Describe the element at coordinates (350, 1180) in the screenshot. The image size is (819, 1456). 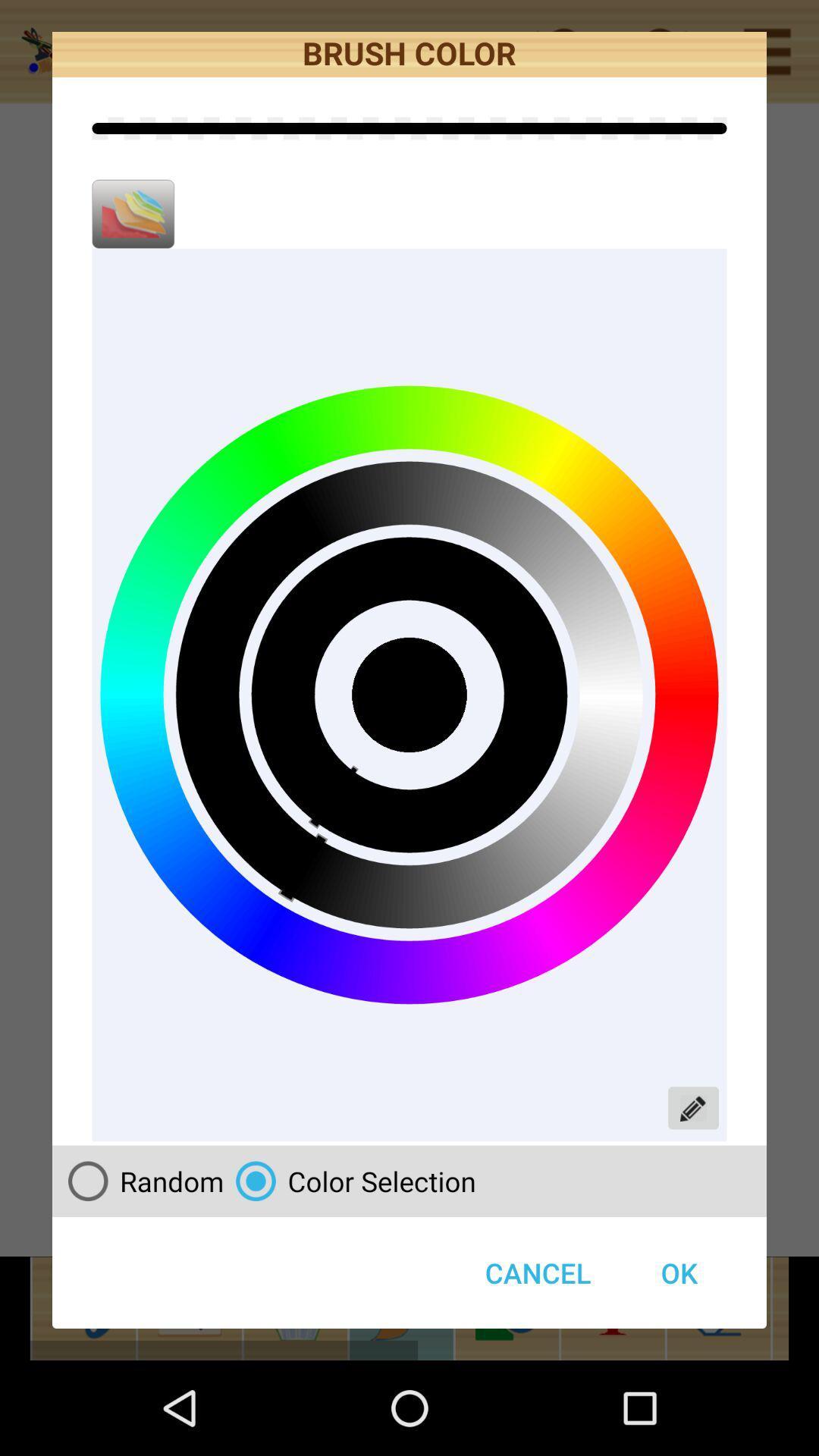
I see `button next to ok` at that location.